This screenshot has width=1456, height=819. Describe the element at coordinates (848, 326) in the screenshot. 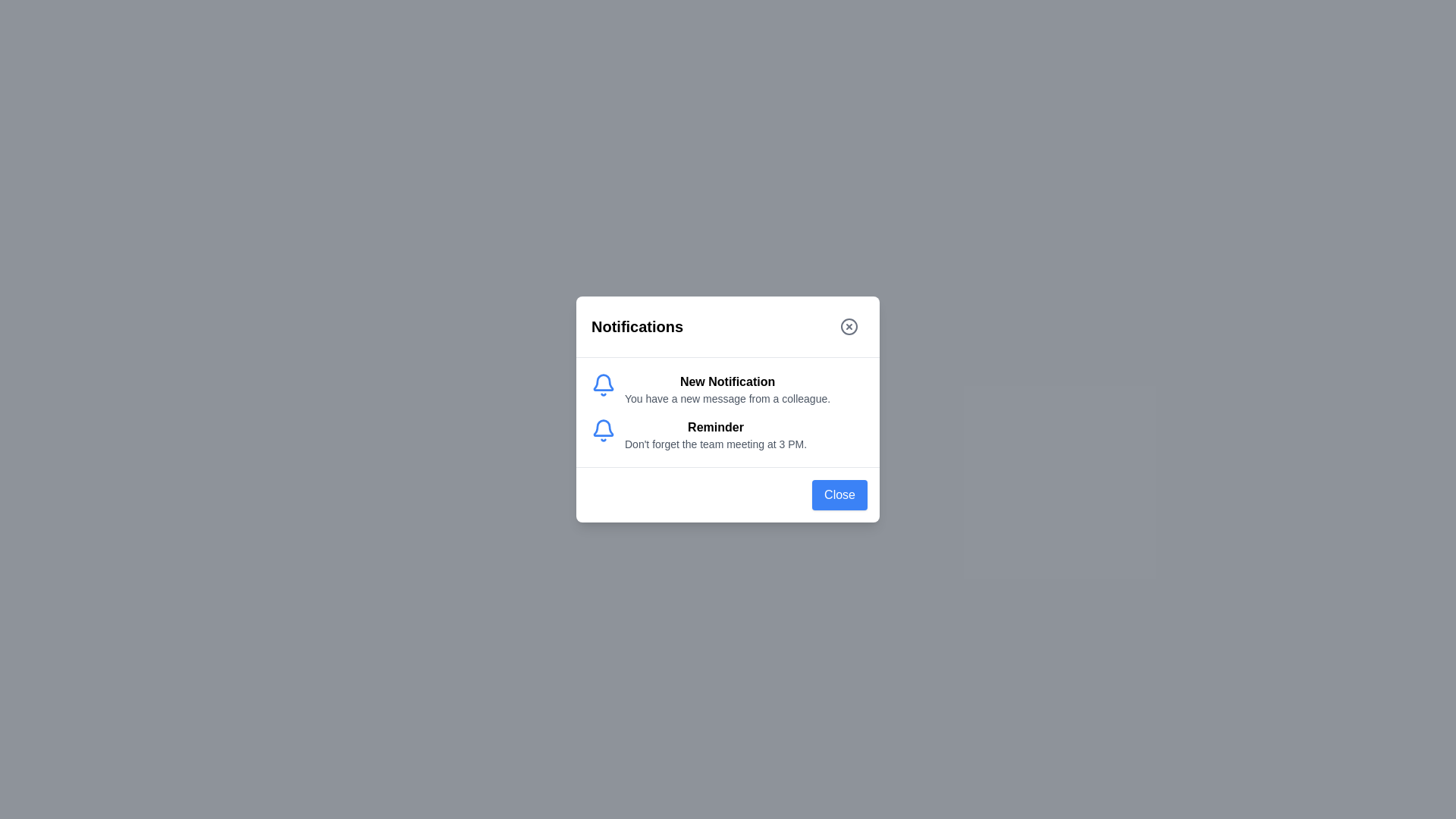

I see `the circular icon button with a cross inside, located at the top-right corner of the modal dialog` at that location.